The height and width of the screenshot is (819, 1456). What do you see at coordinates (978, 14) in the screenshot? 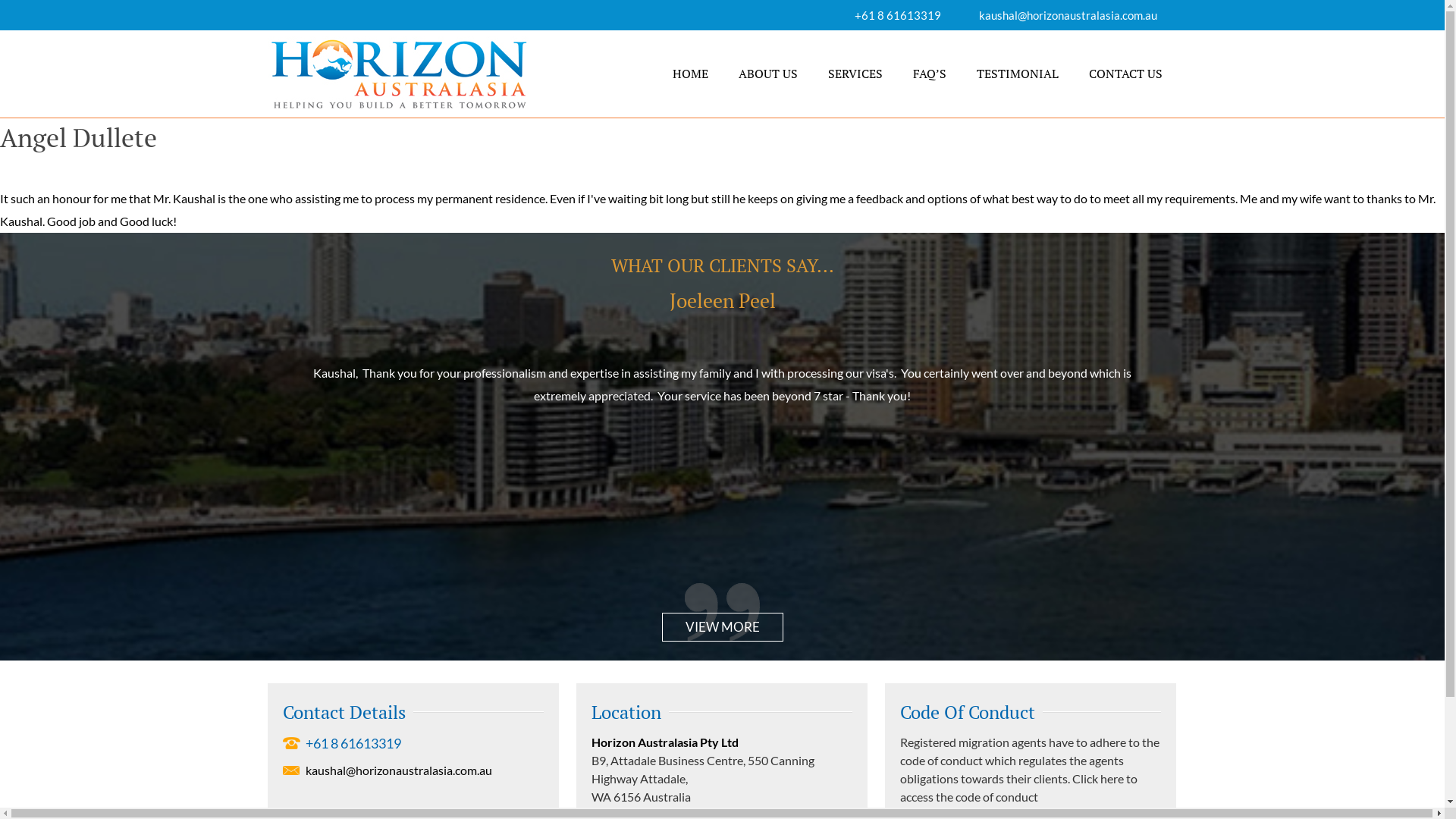
I see `'kaushal@horizonaustralasia.com.au'` at bounding box center [978, 14].